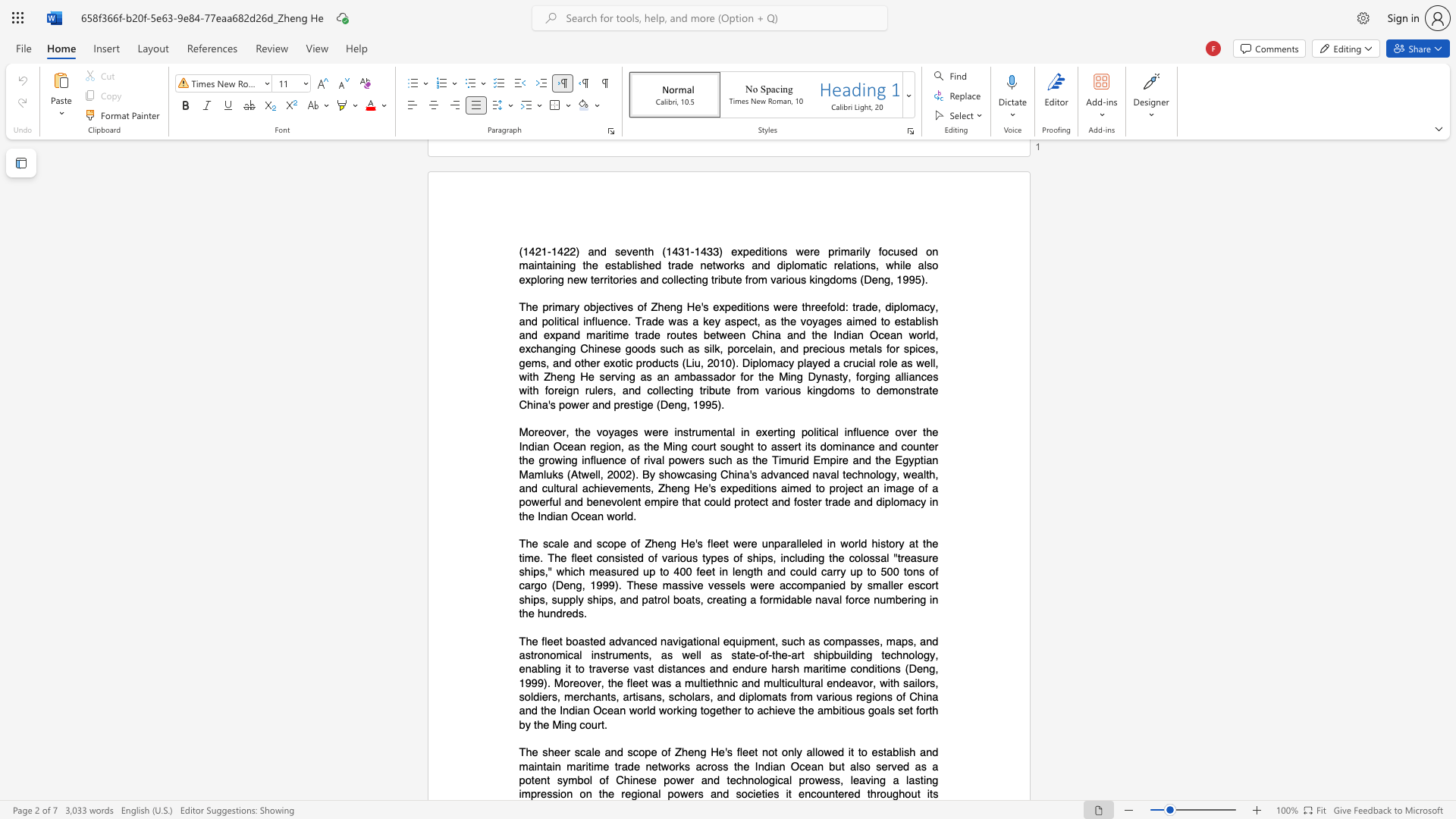 The height and width of the screenshot is (819, 1456). What do you see at coordinates (673, 793) in the screenshot?
I see `the space between the continuous character "p" and "o" in the text` at bounding box center [673, 793].